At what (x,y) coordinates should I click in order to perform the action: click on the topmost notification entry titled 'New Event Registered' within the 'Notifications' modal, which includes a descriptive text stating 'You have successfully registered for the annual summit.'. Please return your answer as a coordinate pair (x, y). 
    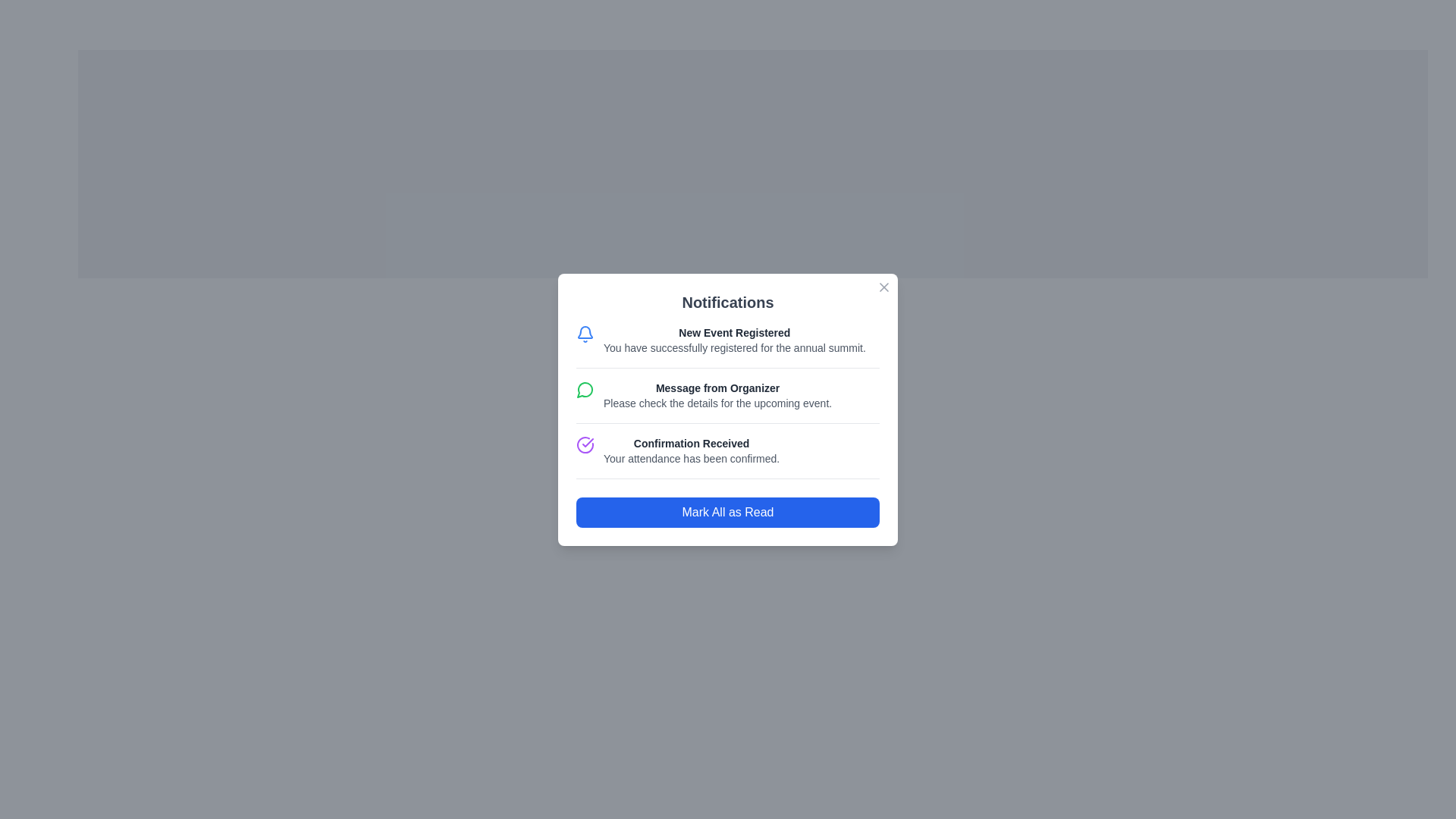
    Looking at the image, I should click on (734, 339).